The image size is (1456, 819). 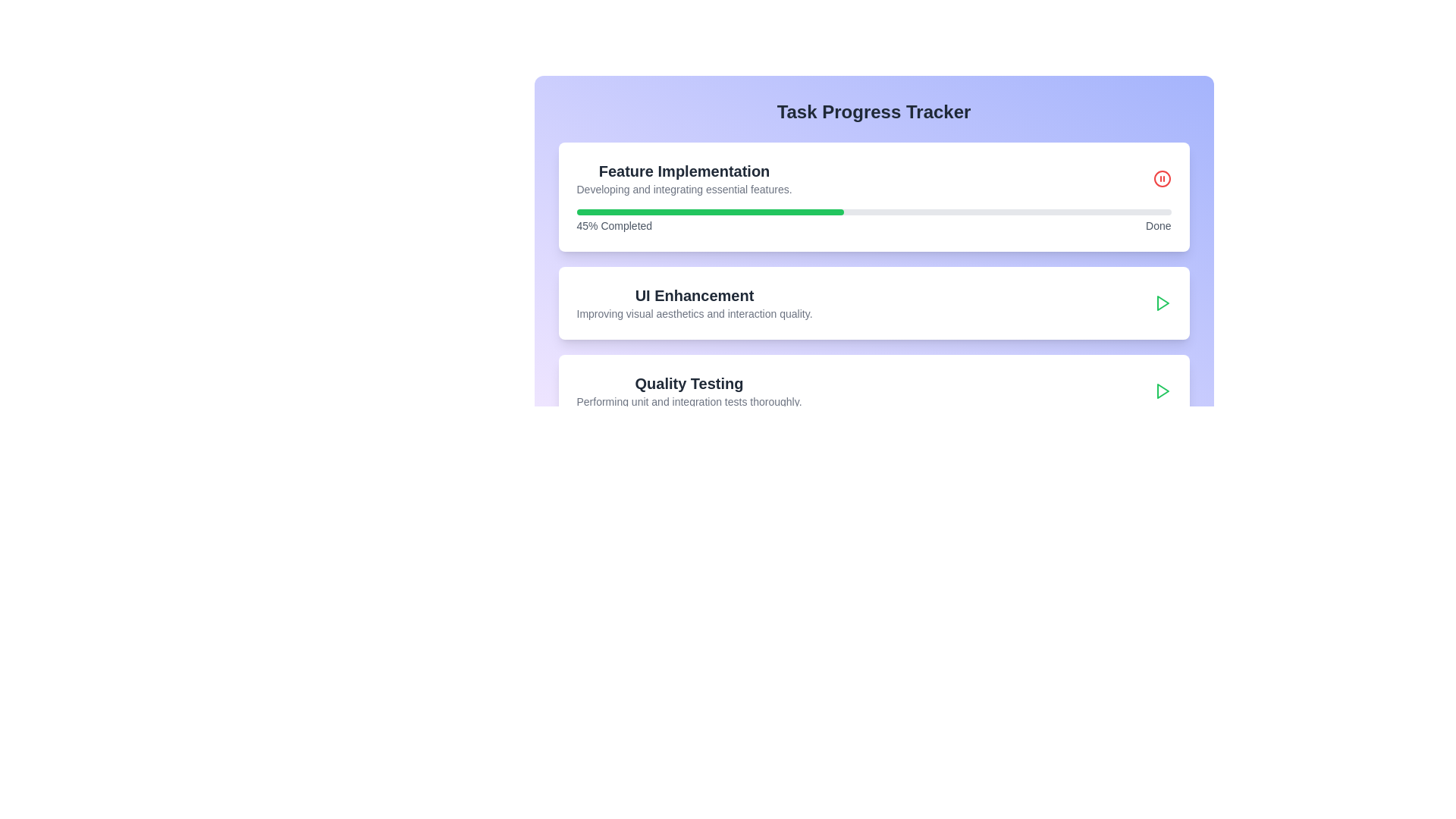 What do you see at coordinates (874, 221) in the screenshot?
I see `the progress bar located under the 'Feature Implementation' section` at bounding box center [874, 221].